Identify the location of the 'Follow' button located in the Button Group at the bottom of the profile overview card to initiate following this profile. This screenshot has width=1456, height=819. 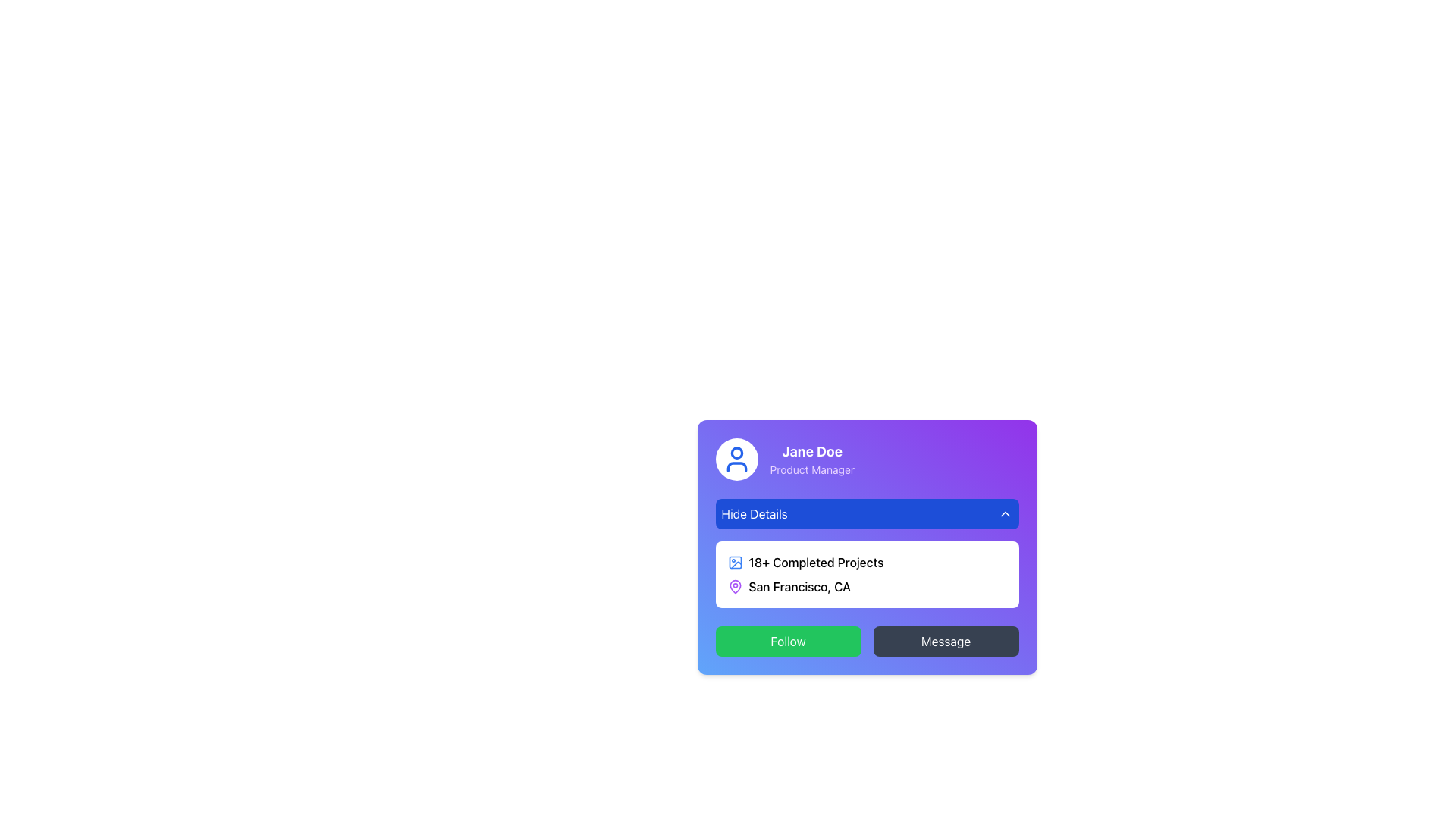
(867, 641).